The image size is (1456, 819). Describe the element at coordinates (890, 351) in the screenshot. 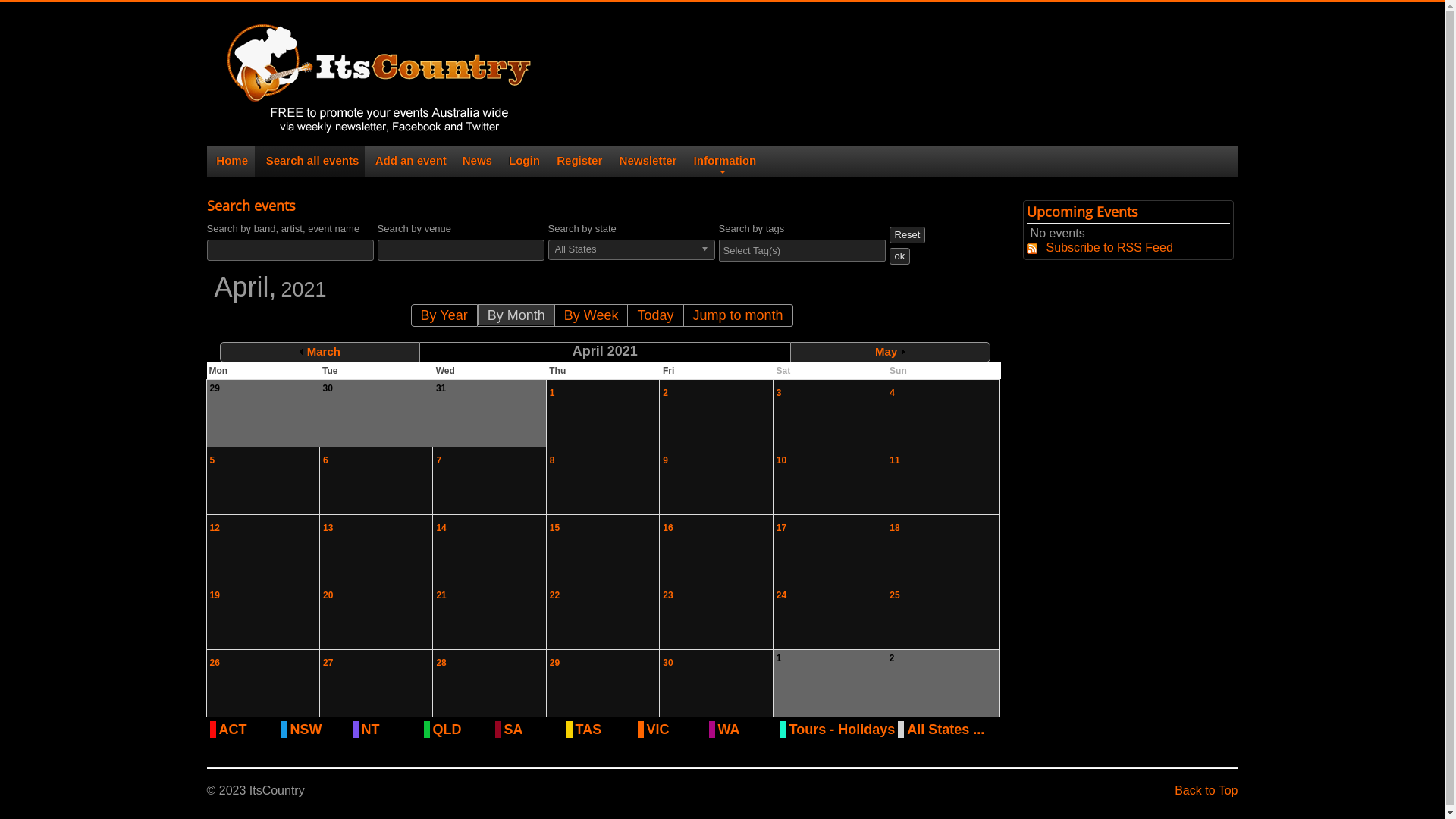

I see `'May'` at that location.